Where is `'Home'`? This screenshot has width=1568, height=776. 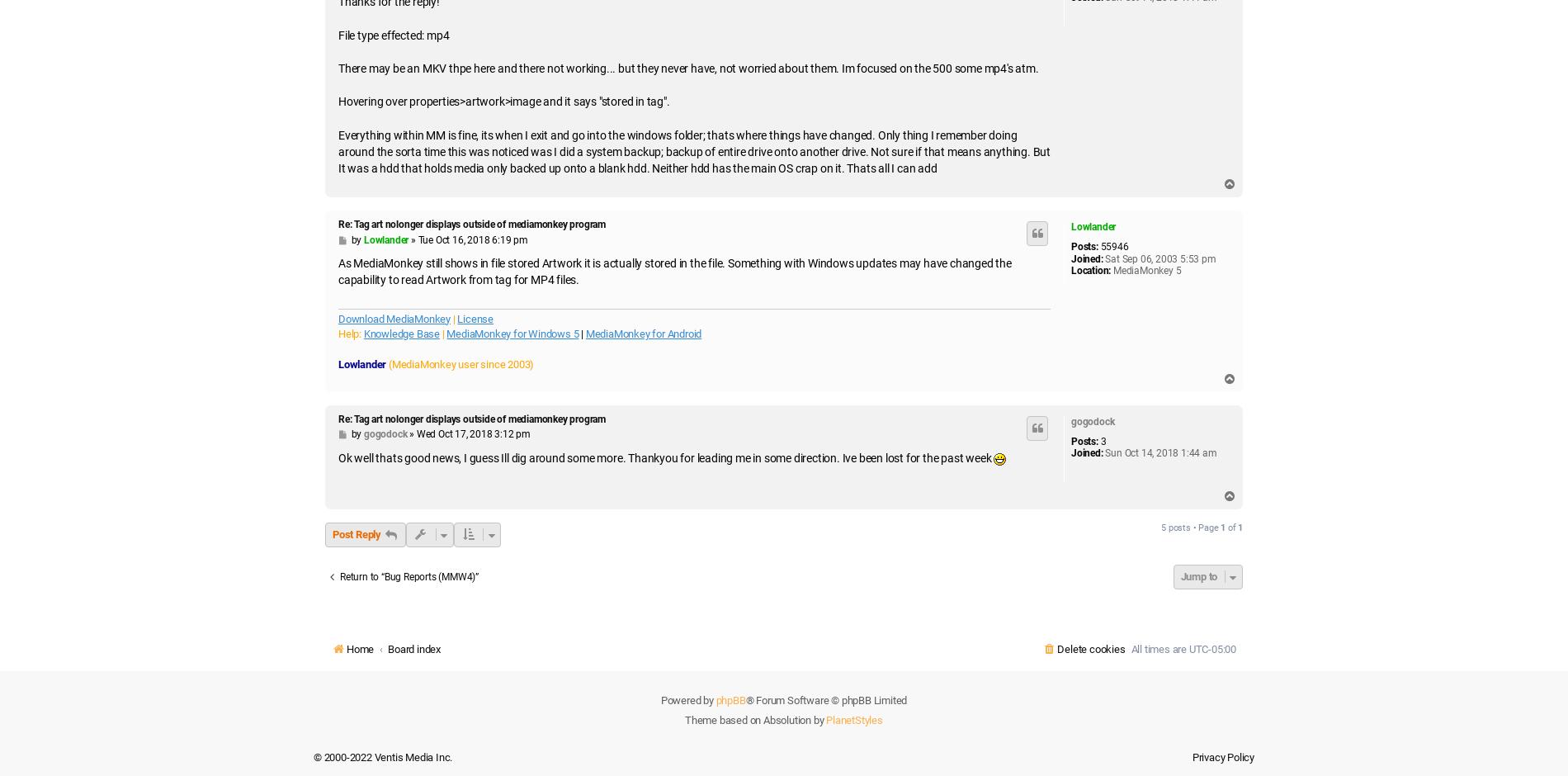 'Home' is located at coordinates (346, 649).